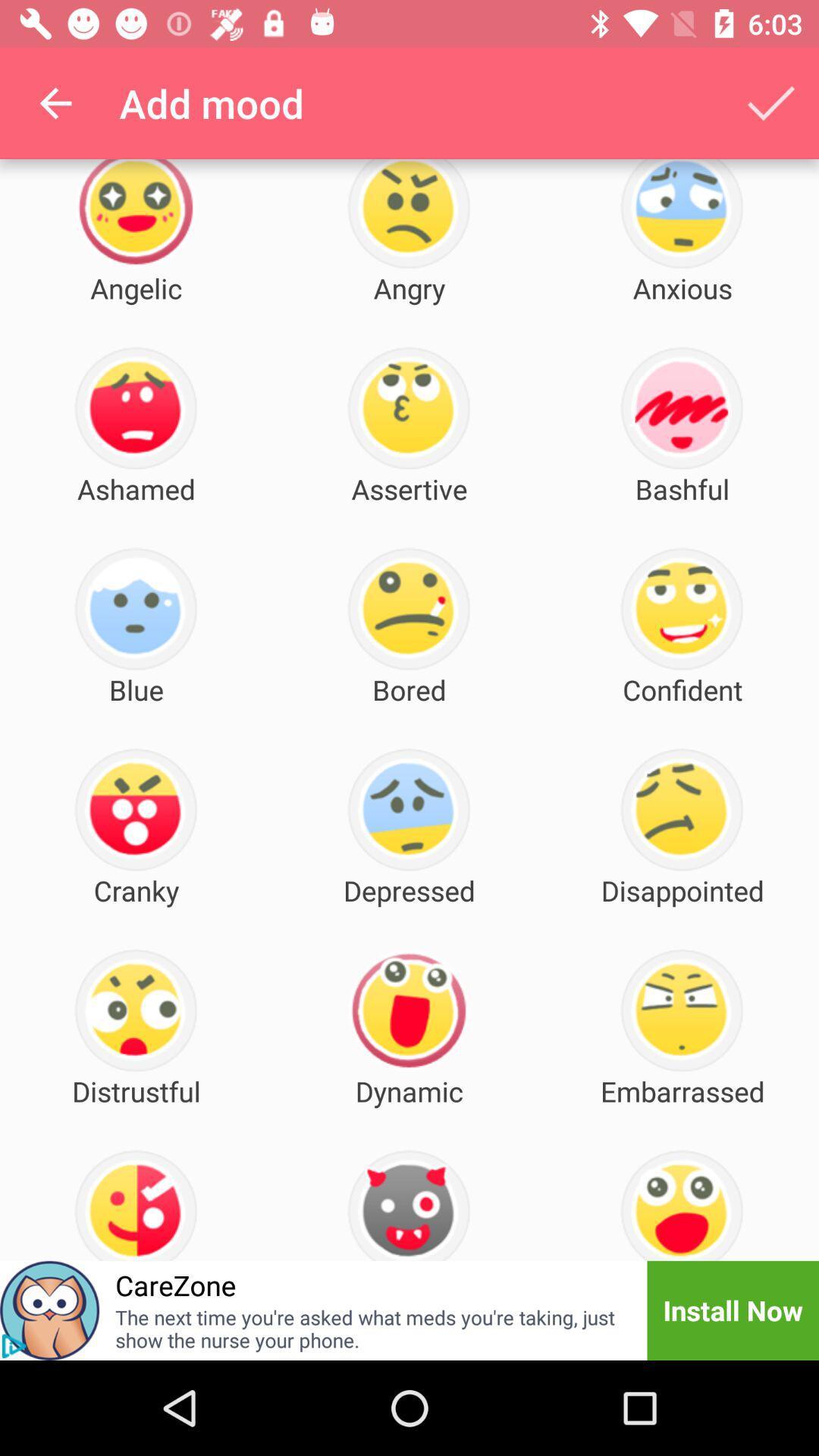 This screenshot has width=819, height=1456. What do you see at coordinates (732, 1310) in the screenshot?
I see `install now item` at bounding box center [732, 1310].